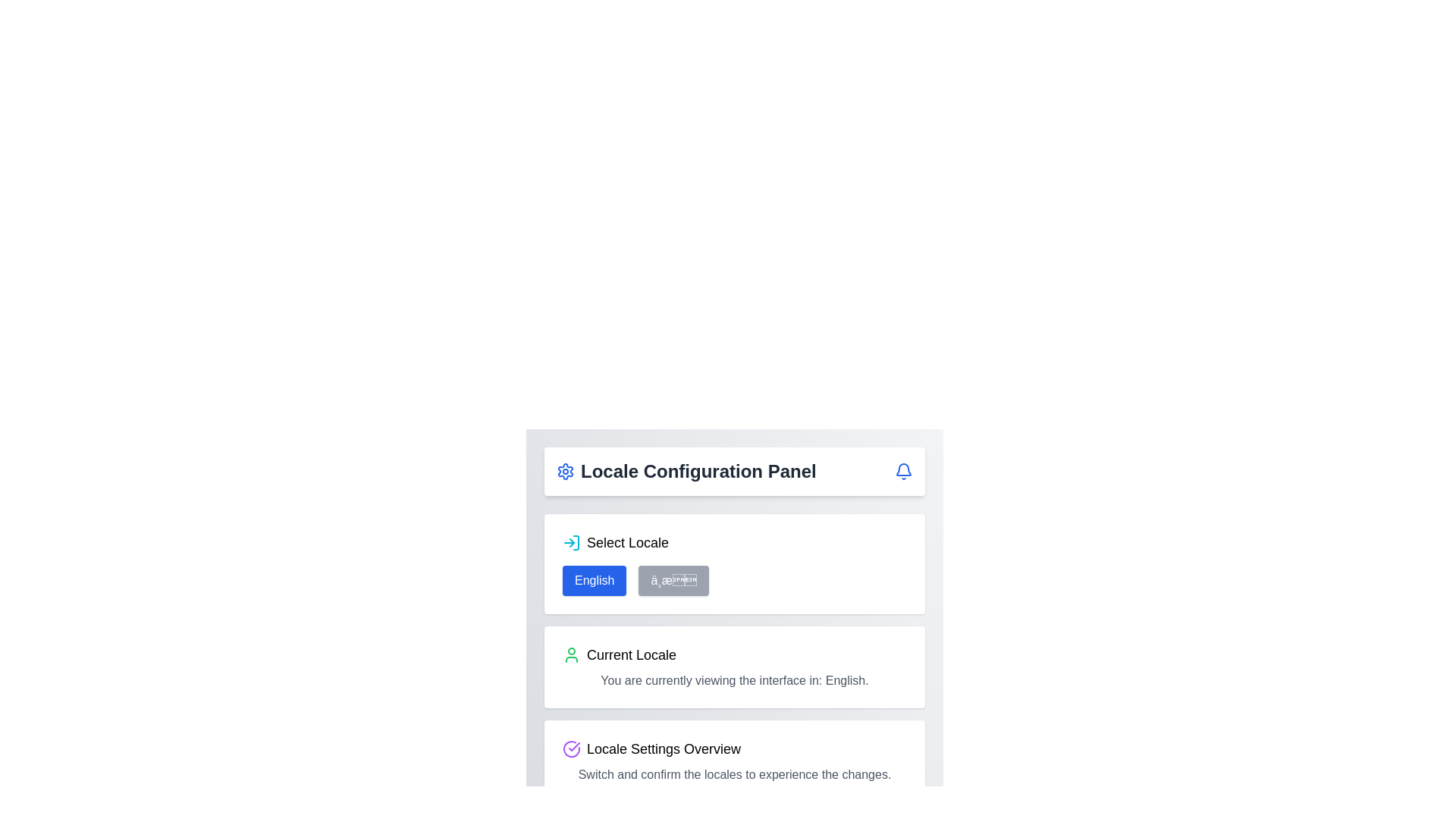 The image size is (1456, 819). I want to click on the 'English' button, which has rounded edges, a shadow effect, and a blue background, so click(594, 580).